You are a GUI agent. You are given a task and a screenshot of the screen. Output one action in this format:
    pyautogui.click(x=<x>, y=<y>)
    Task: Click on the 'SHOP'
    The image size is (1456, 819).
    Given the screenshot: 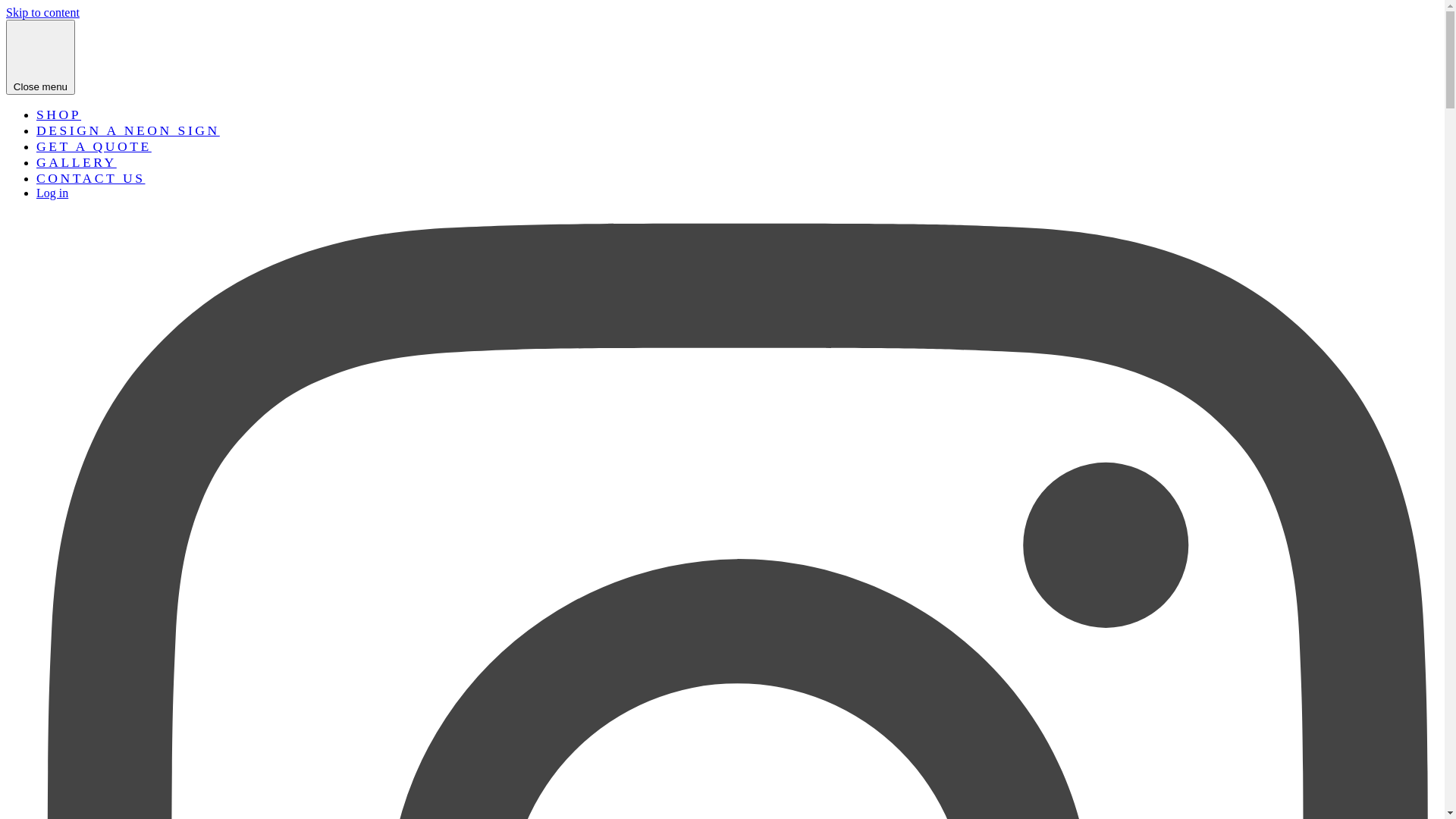 What is the action you would take?
    pyautogui.click(x=58, y=113)
    